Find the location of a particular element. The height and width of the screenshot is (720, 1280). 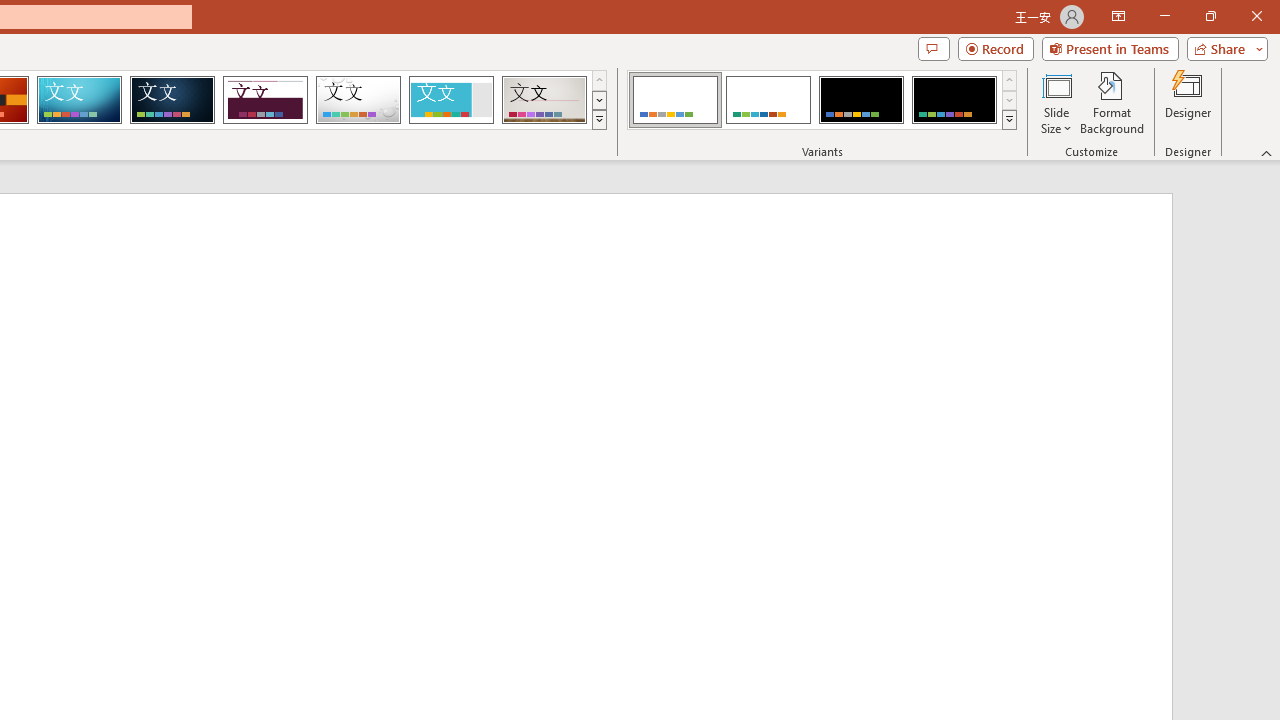

'Office Theme Variant 4' is located at coordinates (953, 100).